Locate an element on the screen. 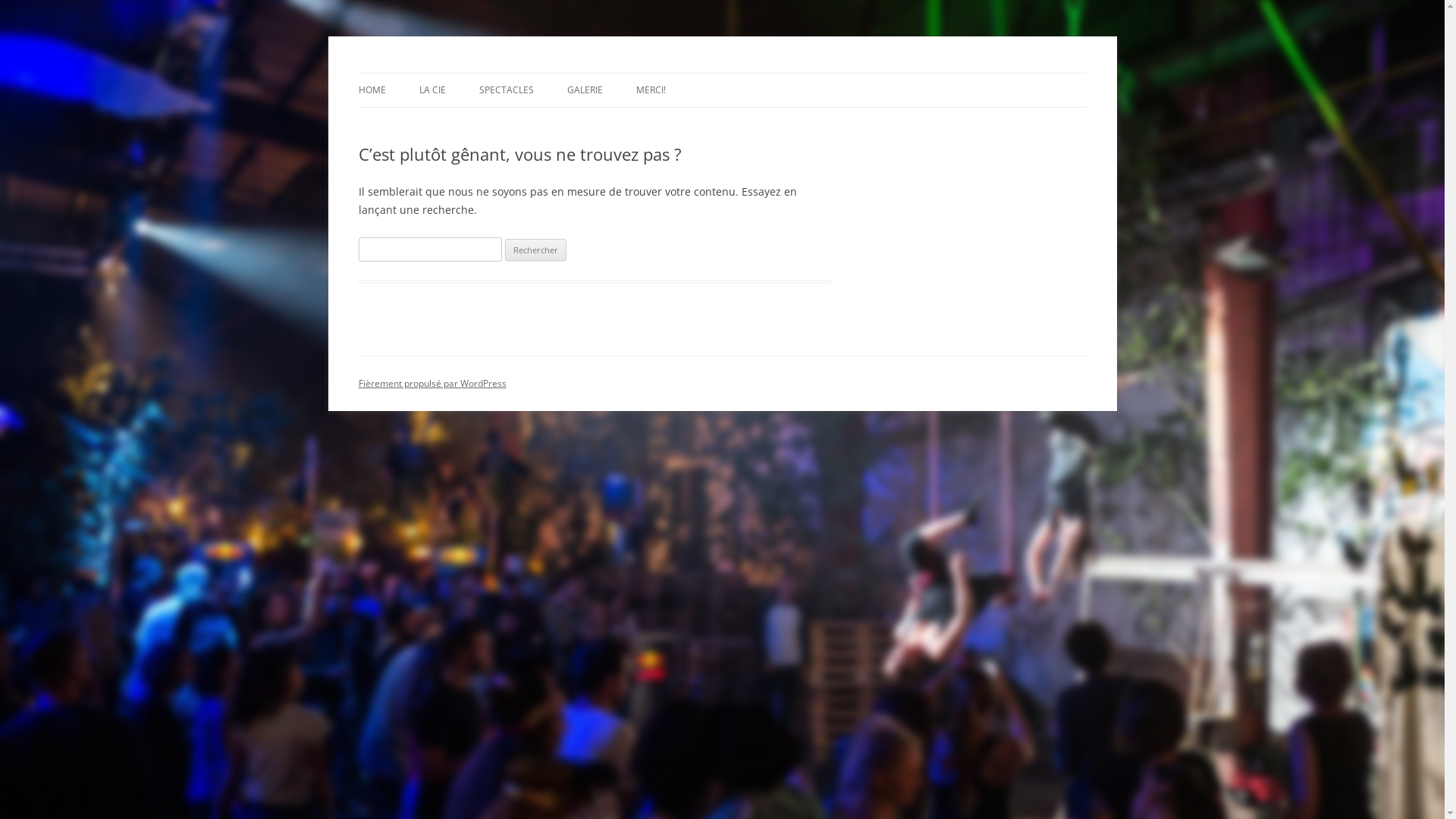 The height and width of the screenshot is (819, 1456). 'GALERIE' is located at coordinates (584, 90).